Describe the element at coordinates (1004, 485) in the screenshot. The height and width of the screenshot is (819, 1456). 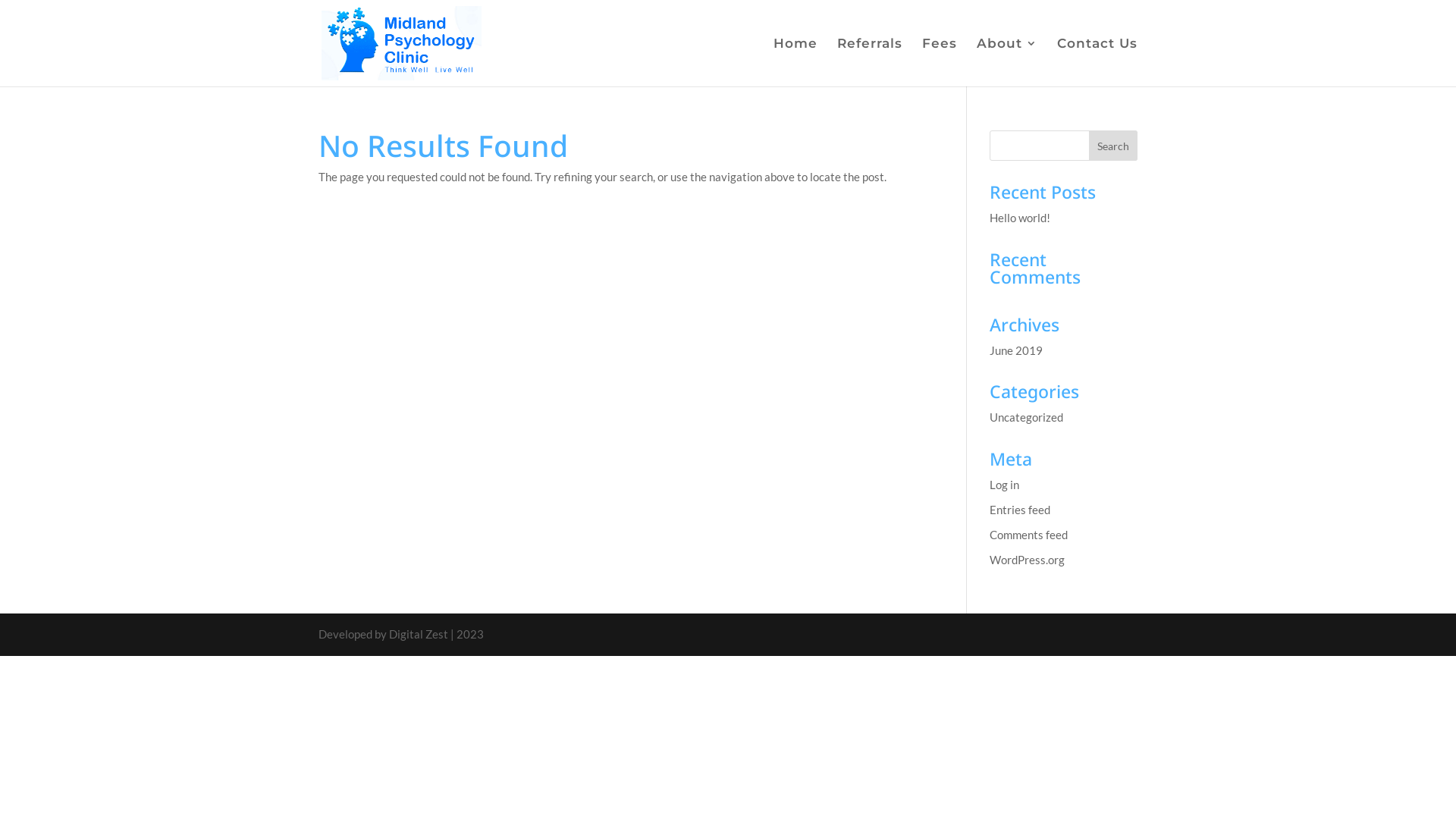
I see `'Log in'` at that location.